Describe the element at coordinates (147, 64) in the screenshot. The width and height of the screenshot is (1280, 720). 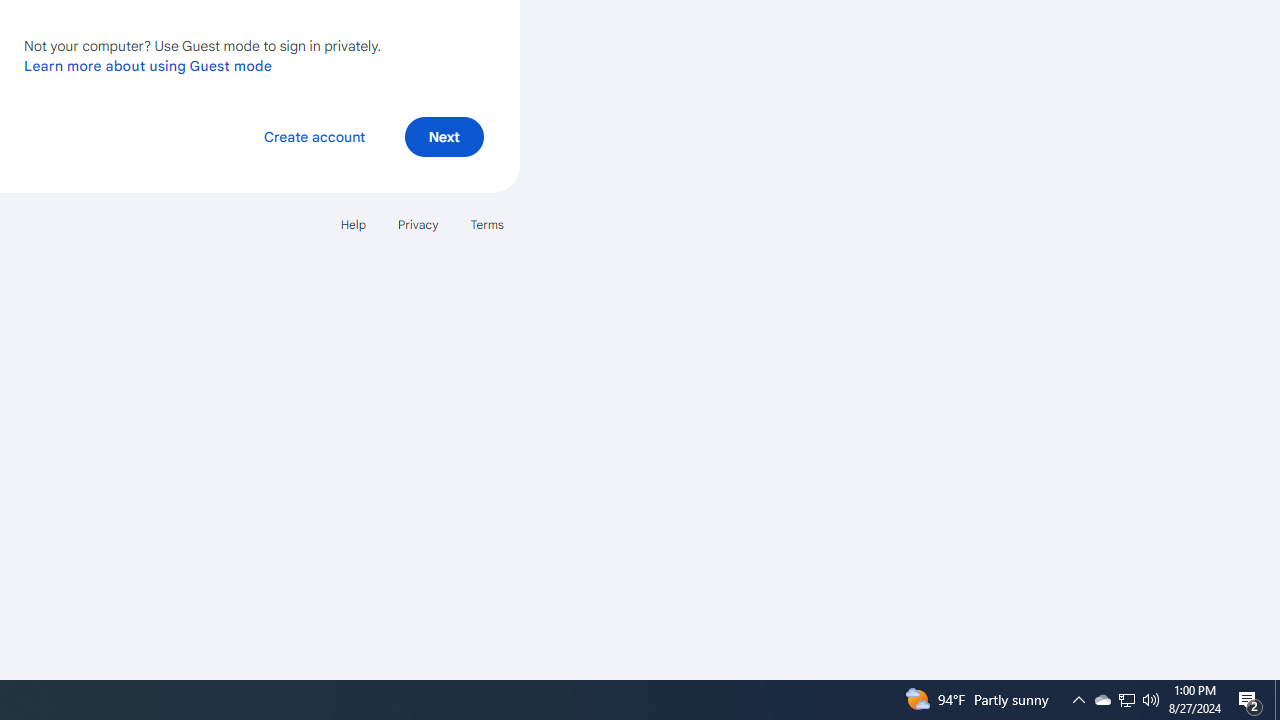
I see `'Learn more about using Guest mode'` at that location.